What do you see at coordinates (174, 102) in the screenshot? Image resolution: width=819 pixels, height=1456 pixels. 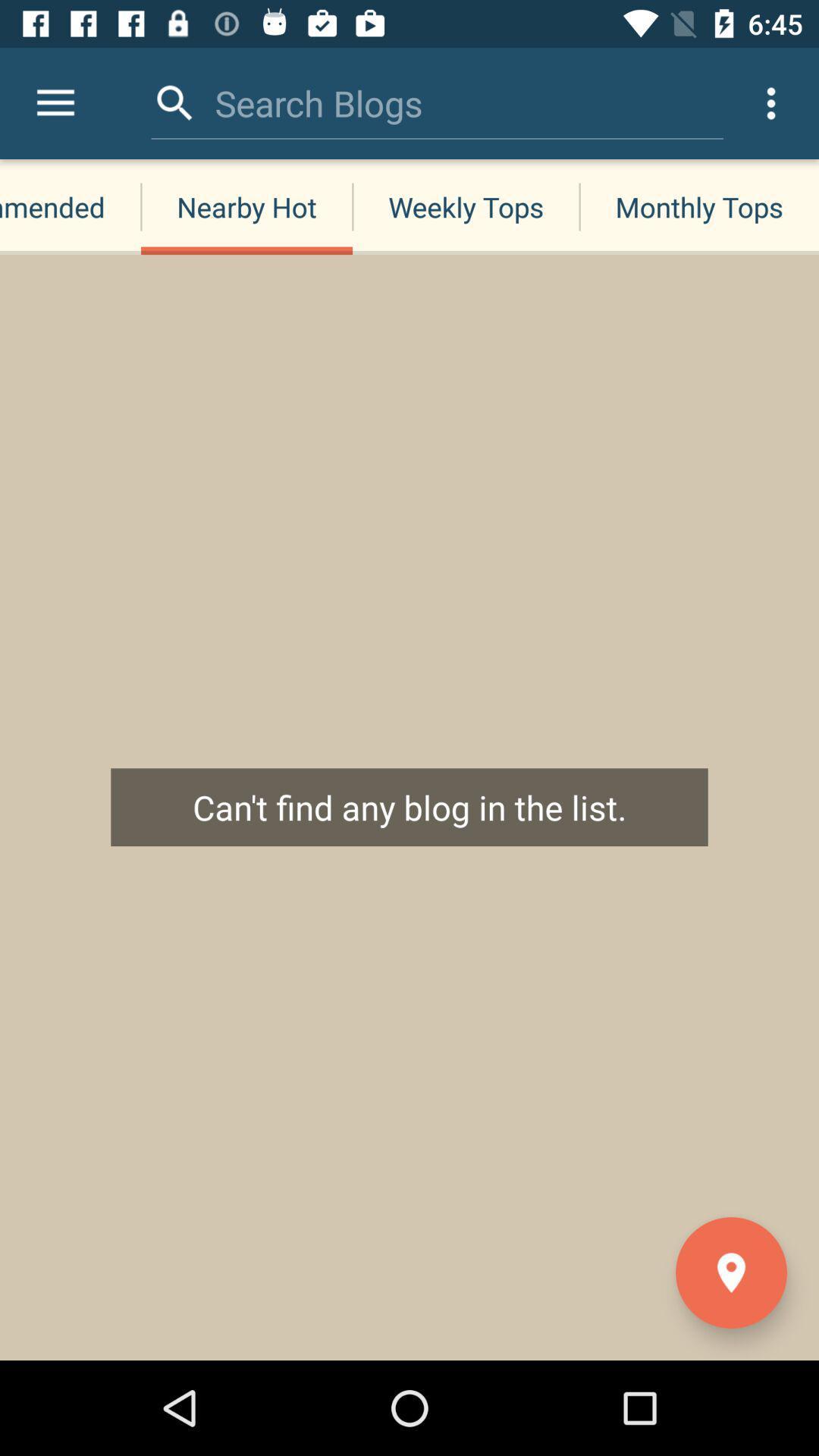 I see `the item to the left of the search blogs item` at bounding box center [174, 102].